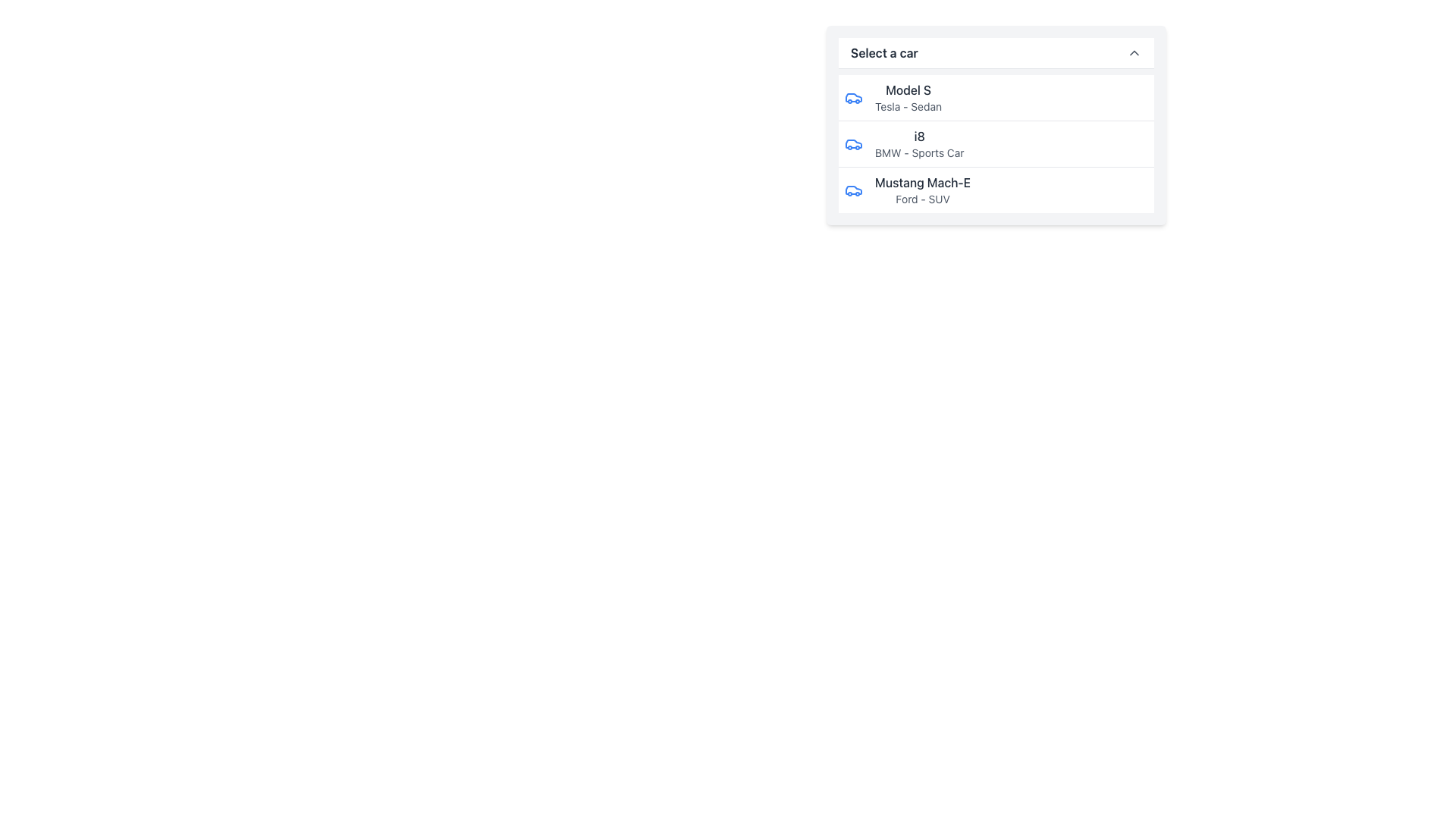  What do you see at coordinates (908, 97) in the screenshot?
I see `text label displaying 'Model S' and 'Tesla - Sedan', which is the first entry in the dropdown menu below 'Select a car'` at bounding box center [908, 97].